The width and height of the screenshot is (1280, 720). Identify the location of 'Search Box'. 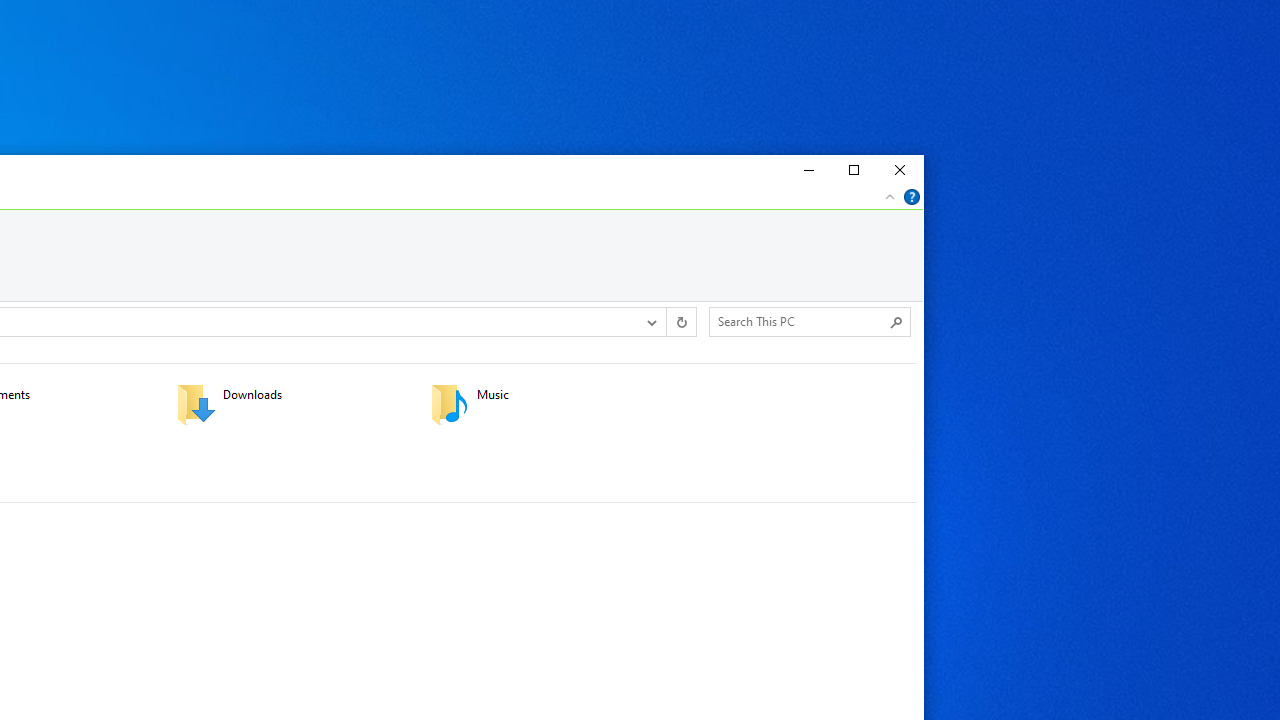
(800, 320).